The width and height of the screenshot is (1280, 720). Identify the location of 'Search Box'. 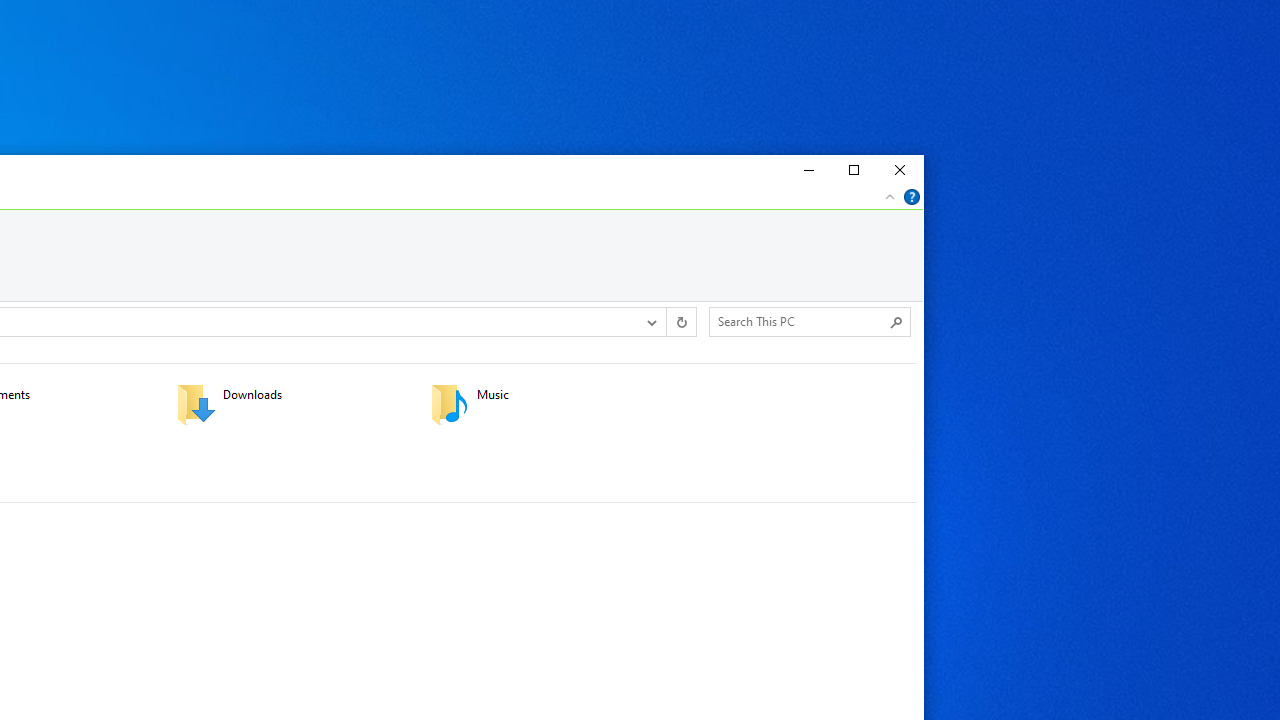
(800, 320).